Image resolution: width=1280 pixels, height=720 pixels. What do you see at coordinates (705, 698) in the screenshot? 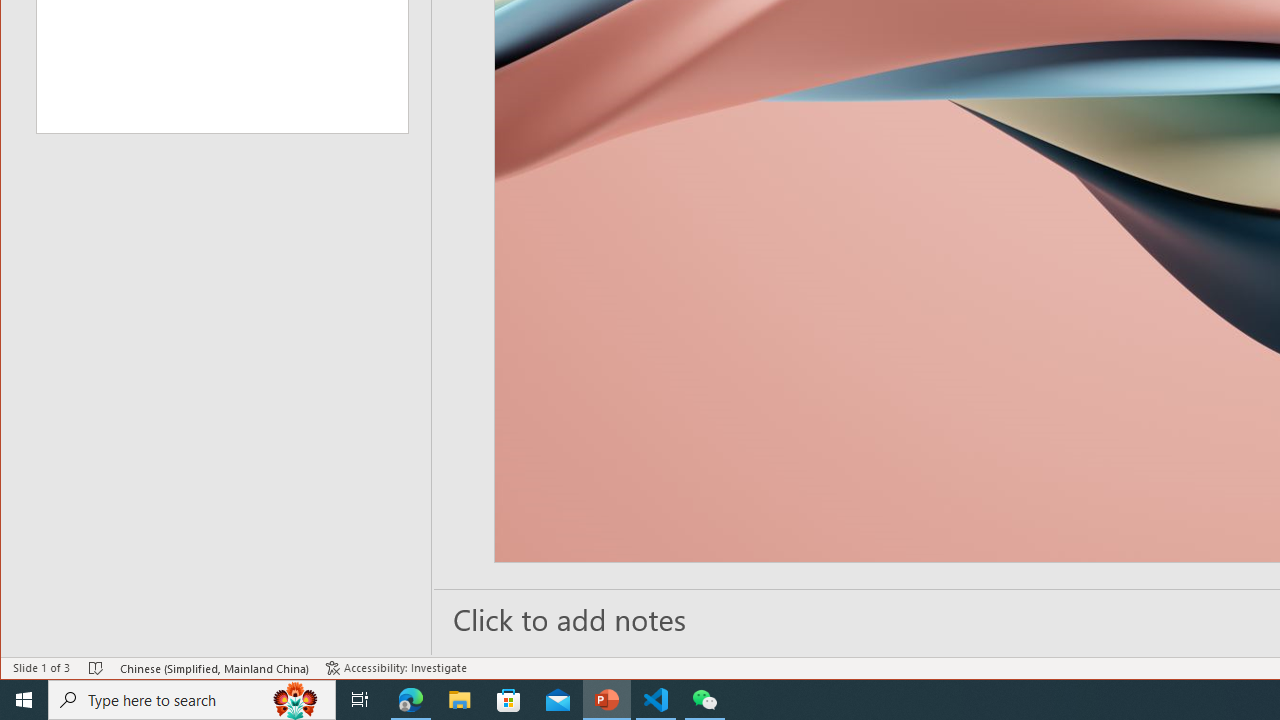
I see `'WeChat - 1 running window'` at bounding box center [705, 698].